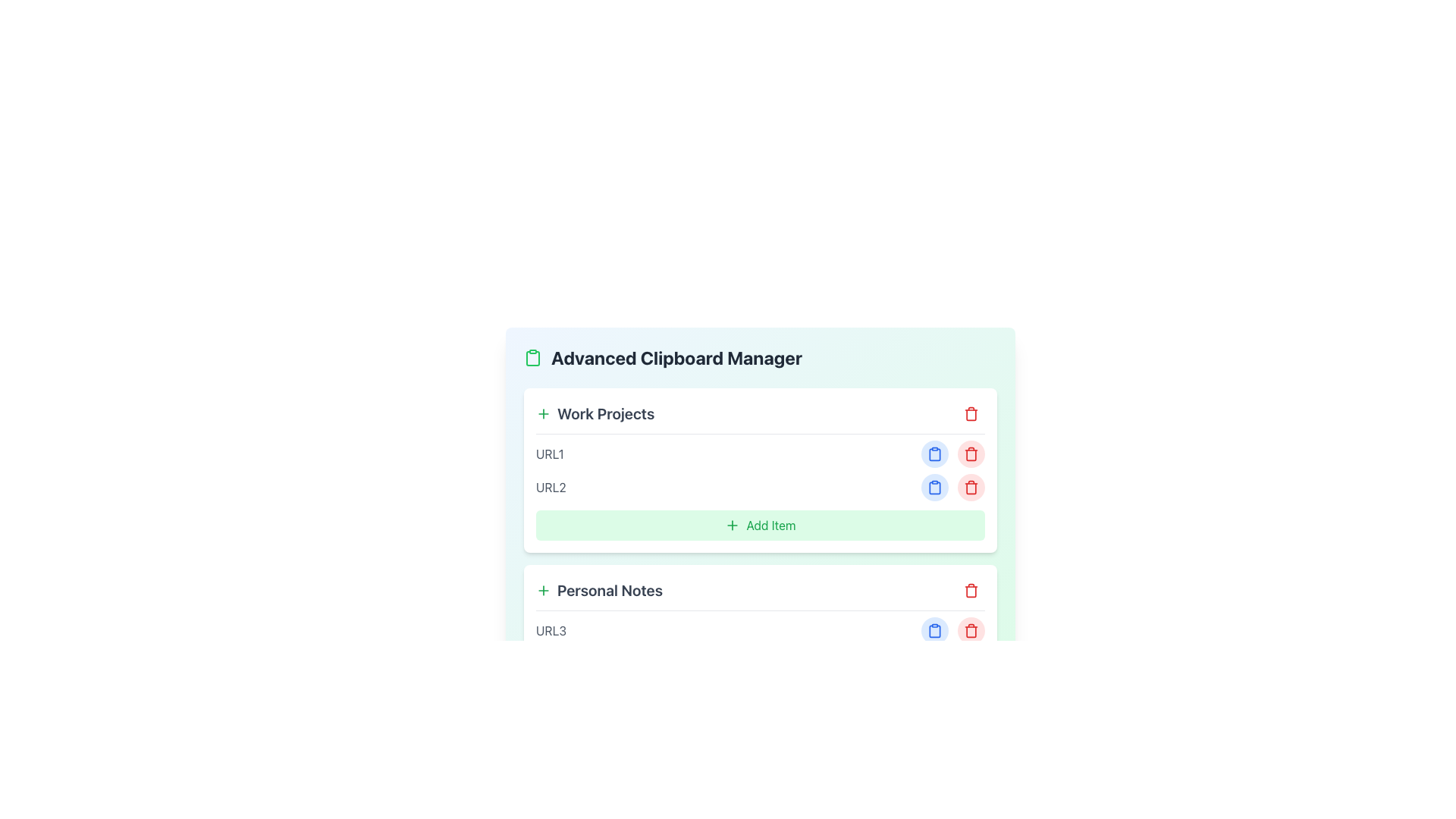 The width and height of the screenshot is (1456, 819). I want to click on the 'Copy' icon located in a circular button, so click(934, 453).